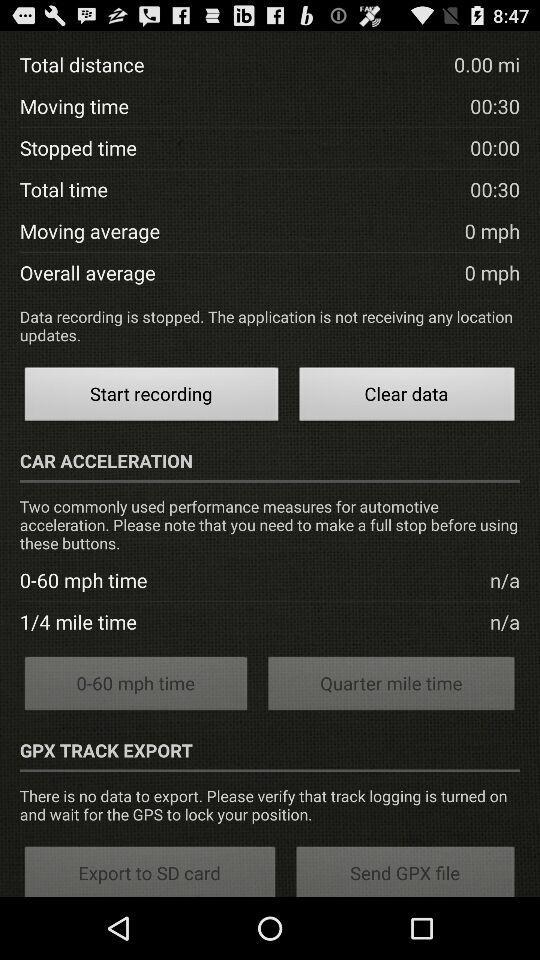 The image size is (540, 960). What do you see at coordinates (405, 869) in the screenshot?
I see `send gpx file button` at bounding box center [405, 869].